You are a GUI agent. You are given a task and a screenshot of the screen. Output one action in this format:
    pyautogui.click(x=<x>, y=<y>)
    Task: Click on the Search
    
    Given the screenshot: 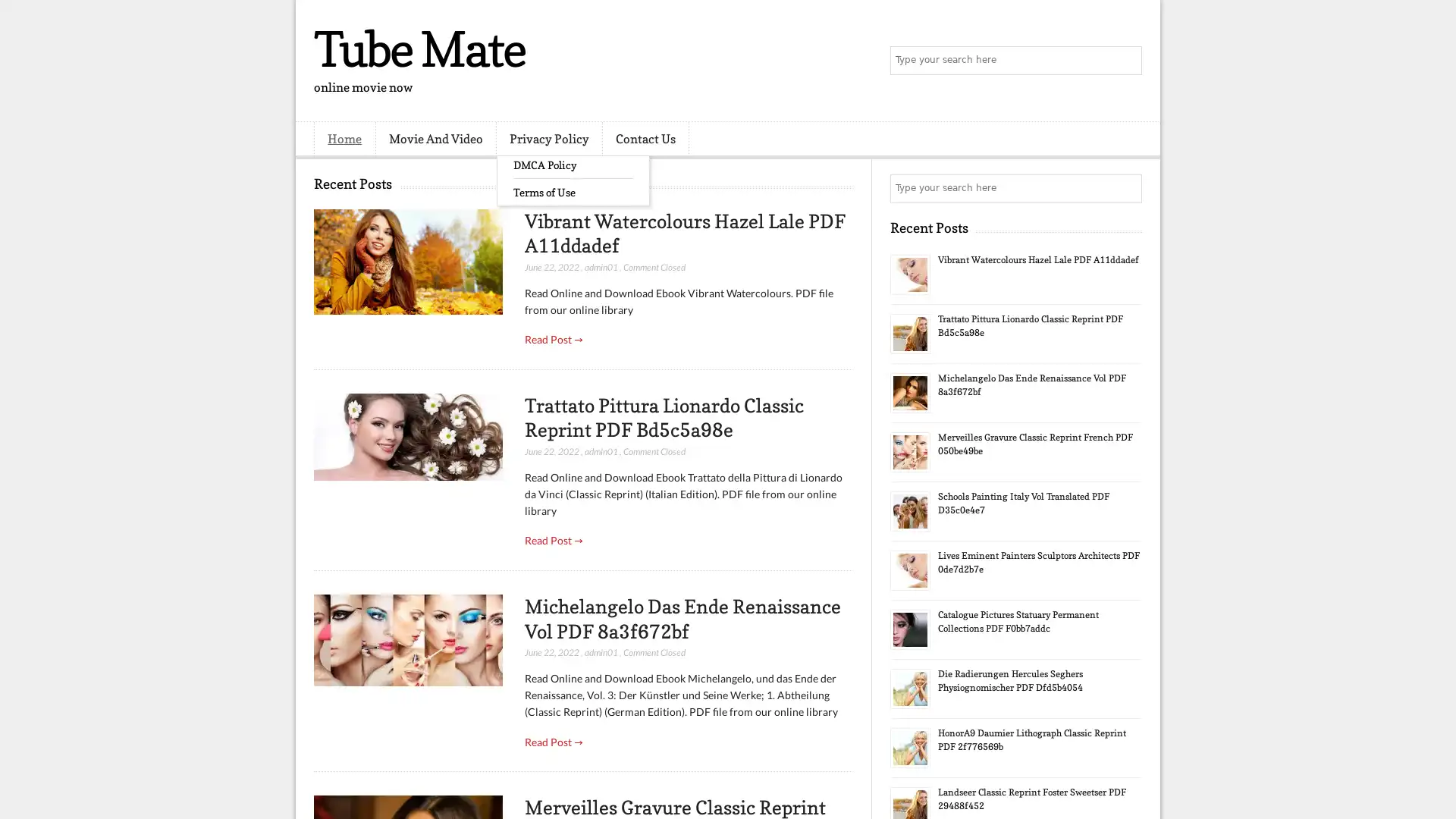 What is the action you would take?
    pyautogui.click(x=1126, y=61)
    